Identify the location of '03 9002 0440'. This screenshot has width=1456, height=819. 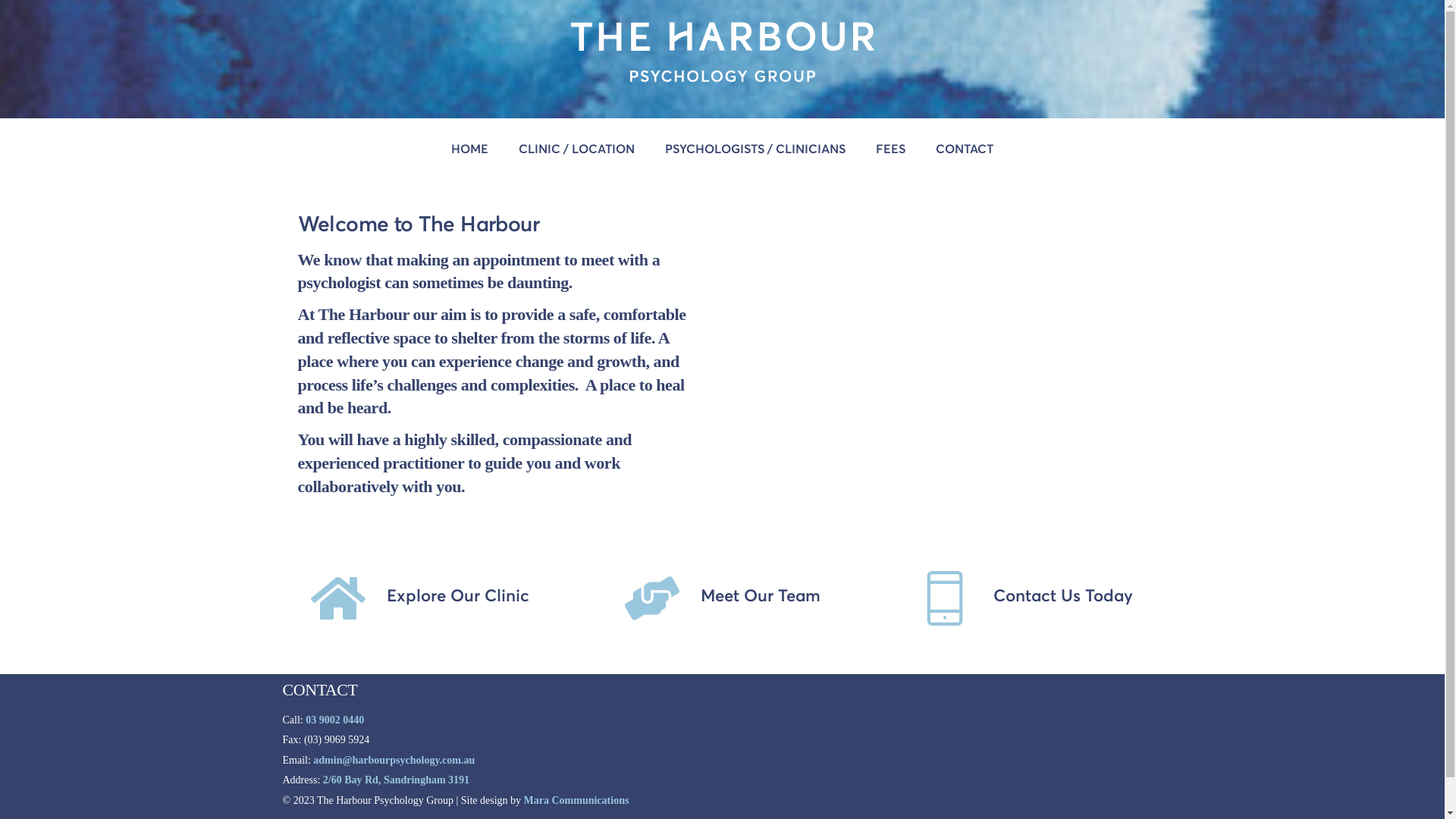
(334, 719).